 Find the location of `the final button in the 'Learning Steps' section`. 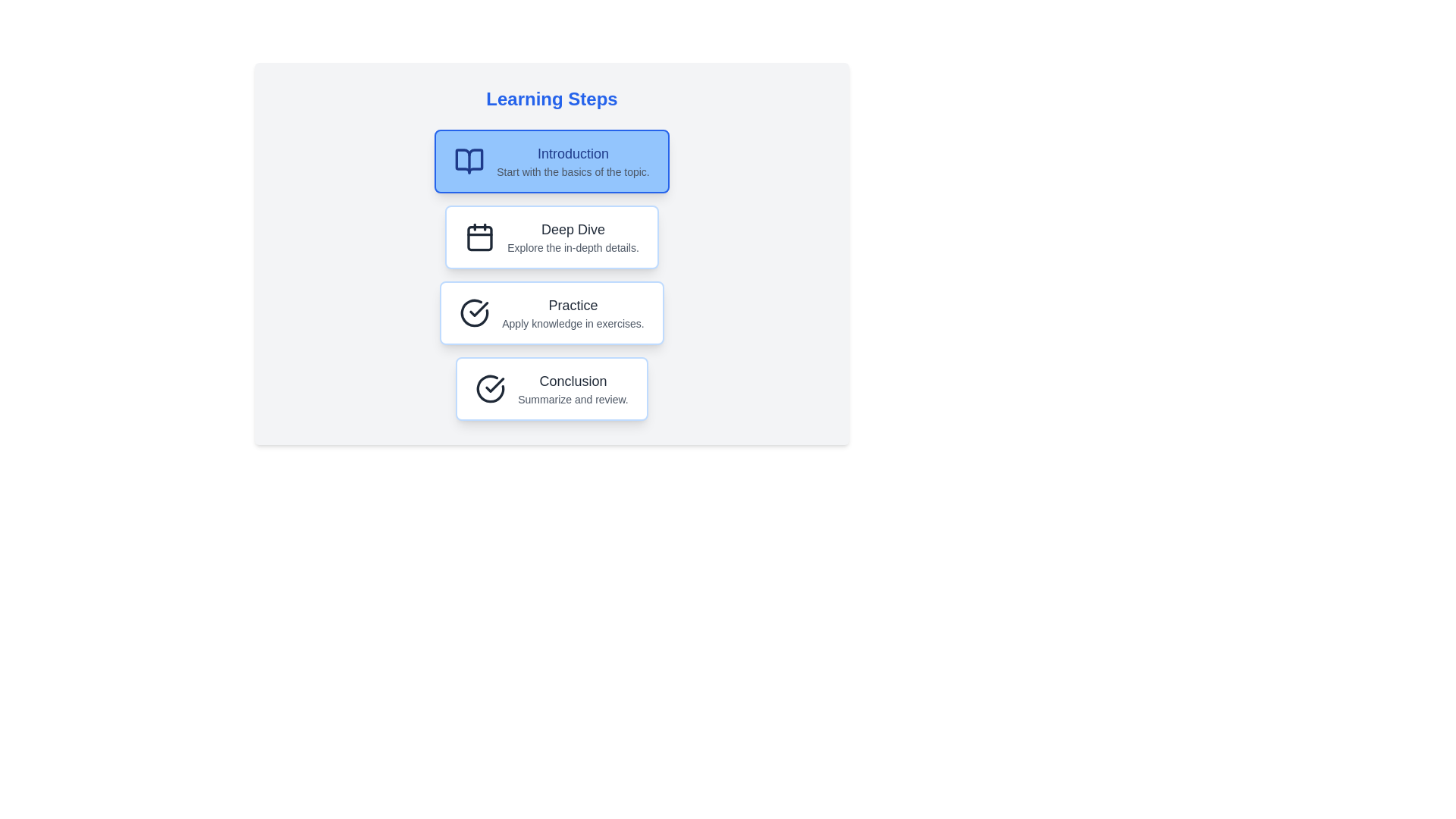

the final button in the 'Learning Steps' section is located at coordinates (572, 388).